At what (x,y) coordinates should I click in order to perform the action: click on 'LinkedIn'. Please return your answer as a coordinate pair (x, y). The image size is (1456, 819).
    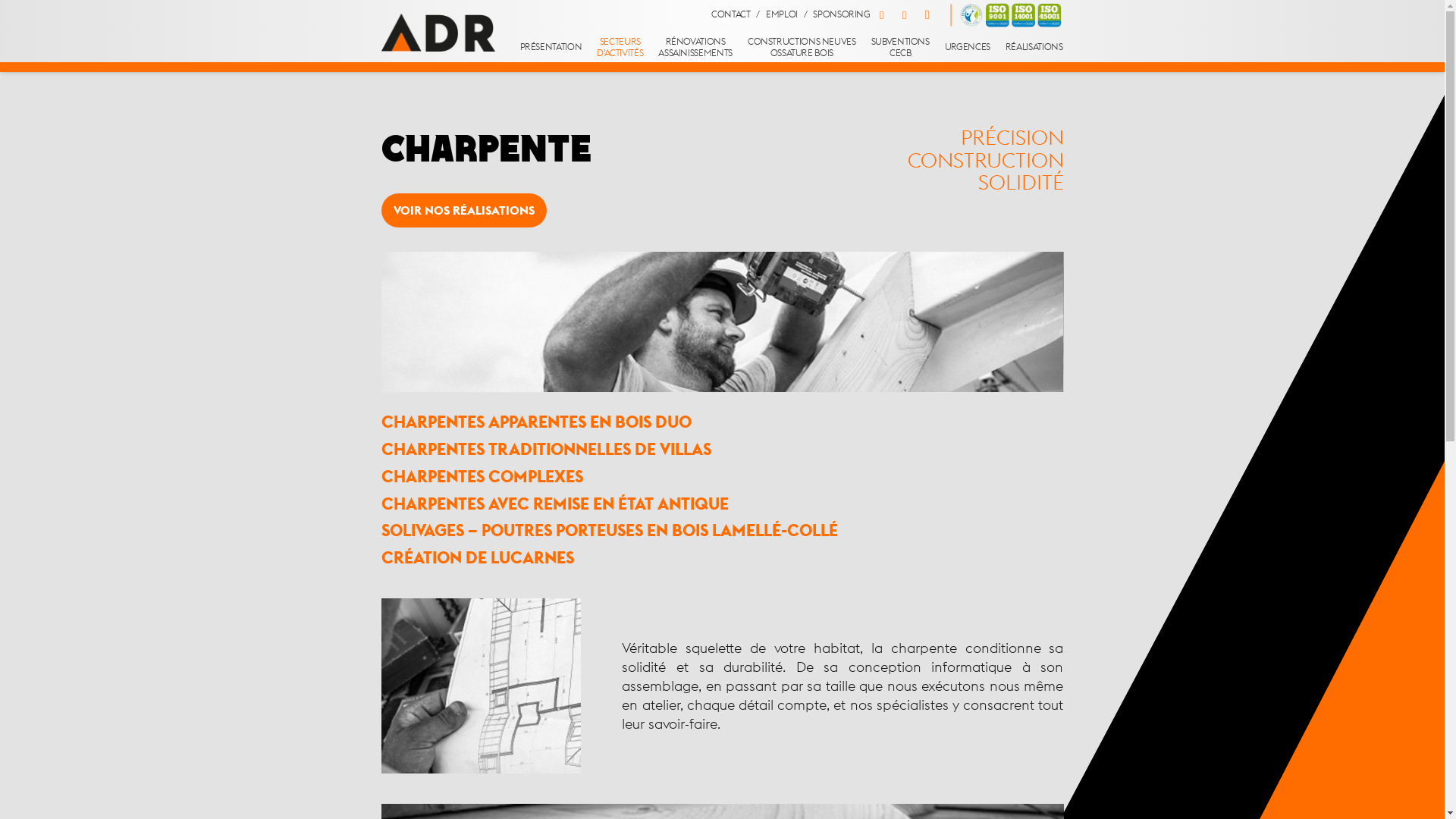
    Looking at the image, I should click on (893, 14).